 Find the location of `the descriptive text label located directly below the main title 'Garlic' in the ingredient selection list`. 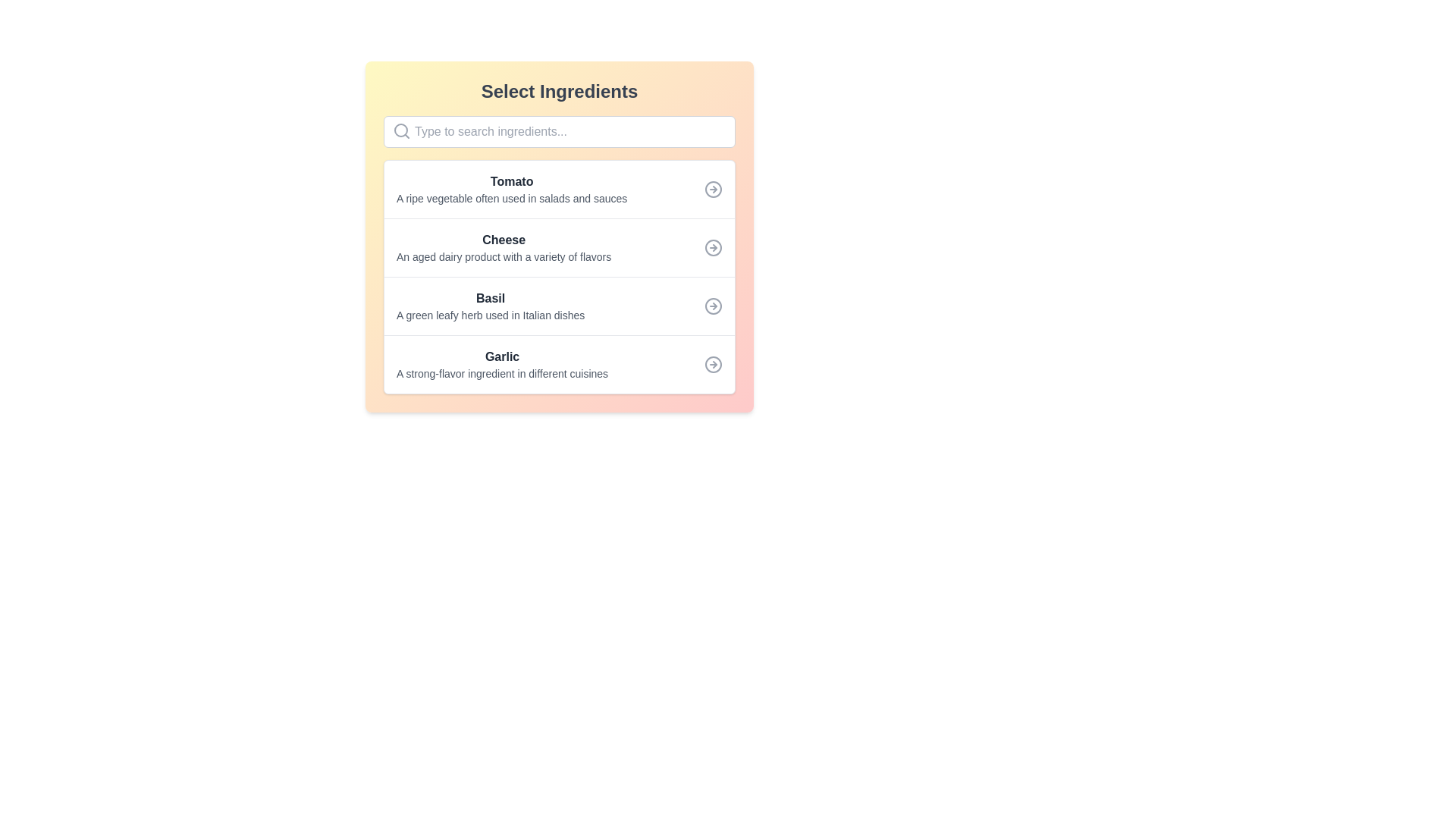

the descriptive text label located directly below the main title 'Garlic' in the ingredient selection list is located at coordinates (502, 374).